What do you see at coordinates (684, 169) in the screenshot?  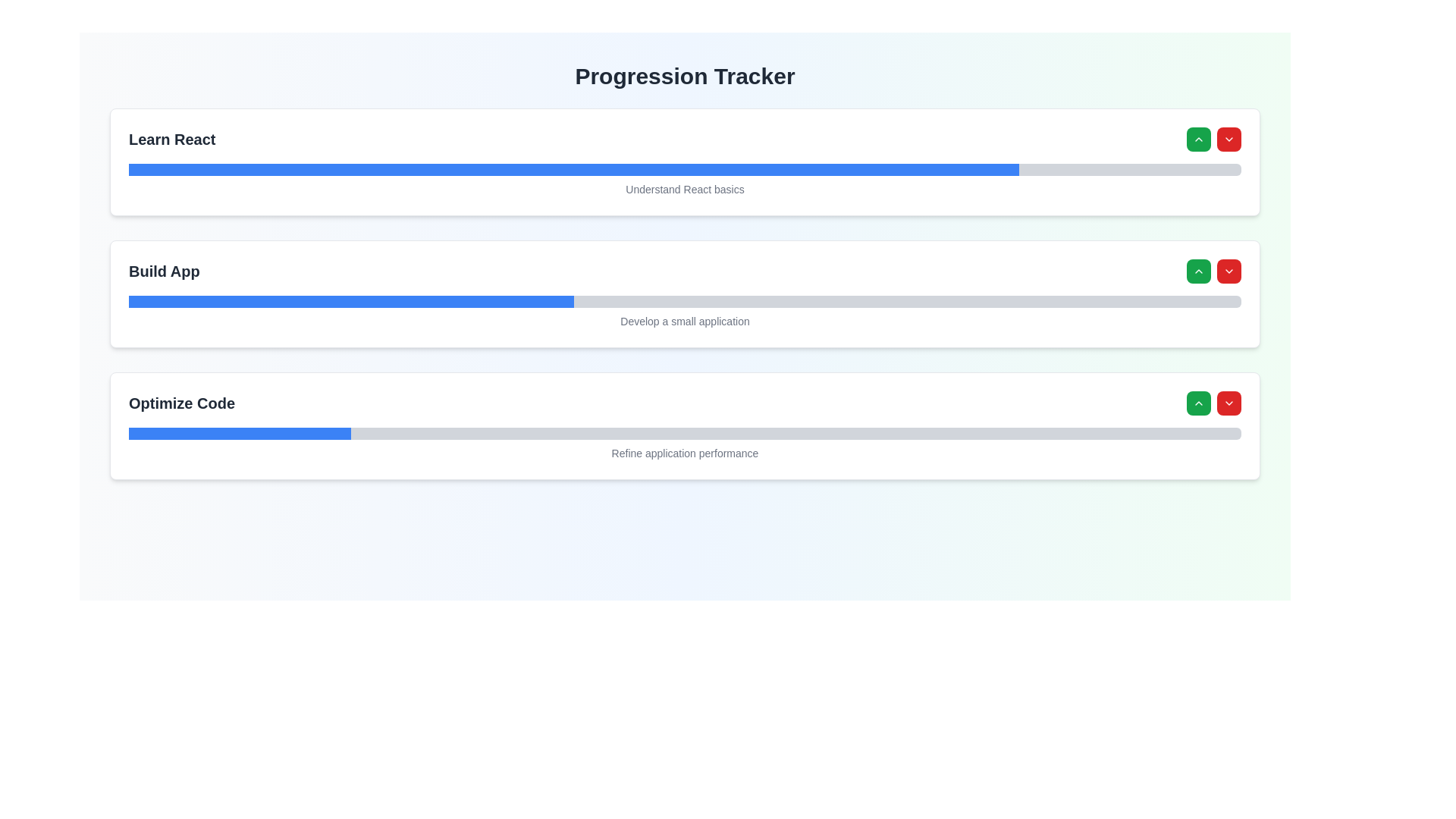 I see `the progress bar indicating 80% completion located in the 'Learn React' section, positioned above the 'Understand React basics' text` at bounding box center [684, 169].